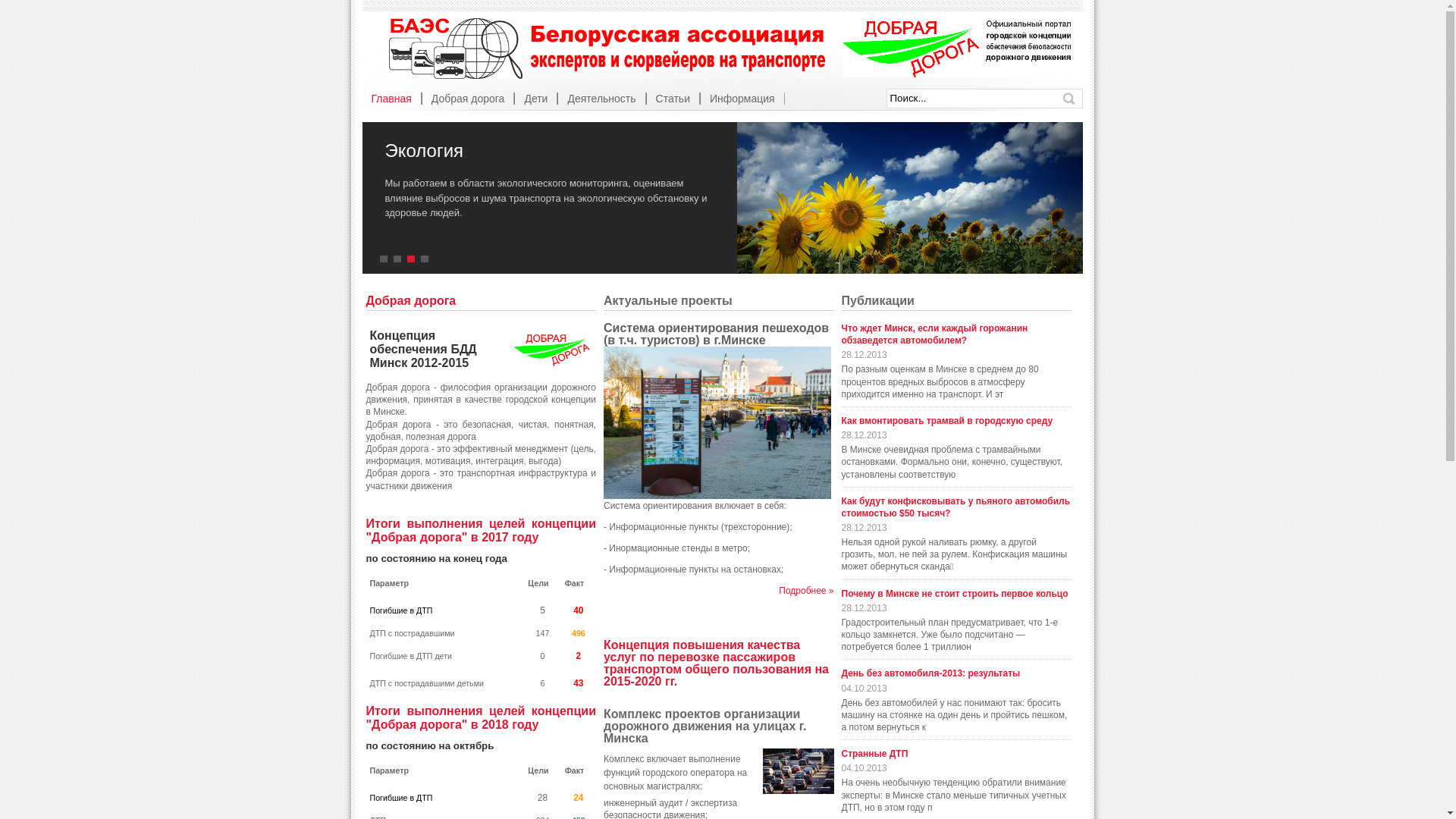  What do you see at coordinates (406, 259) in the screenshot?
I see `'3'` at bounding box center [406, 259].